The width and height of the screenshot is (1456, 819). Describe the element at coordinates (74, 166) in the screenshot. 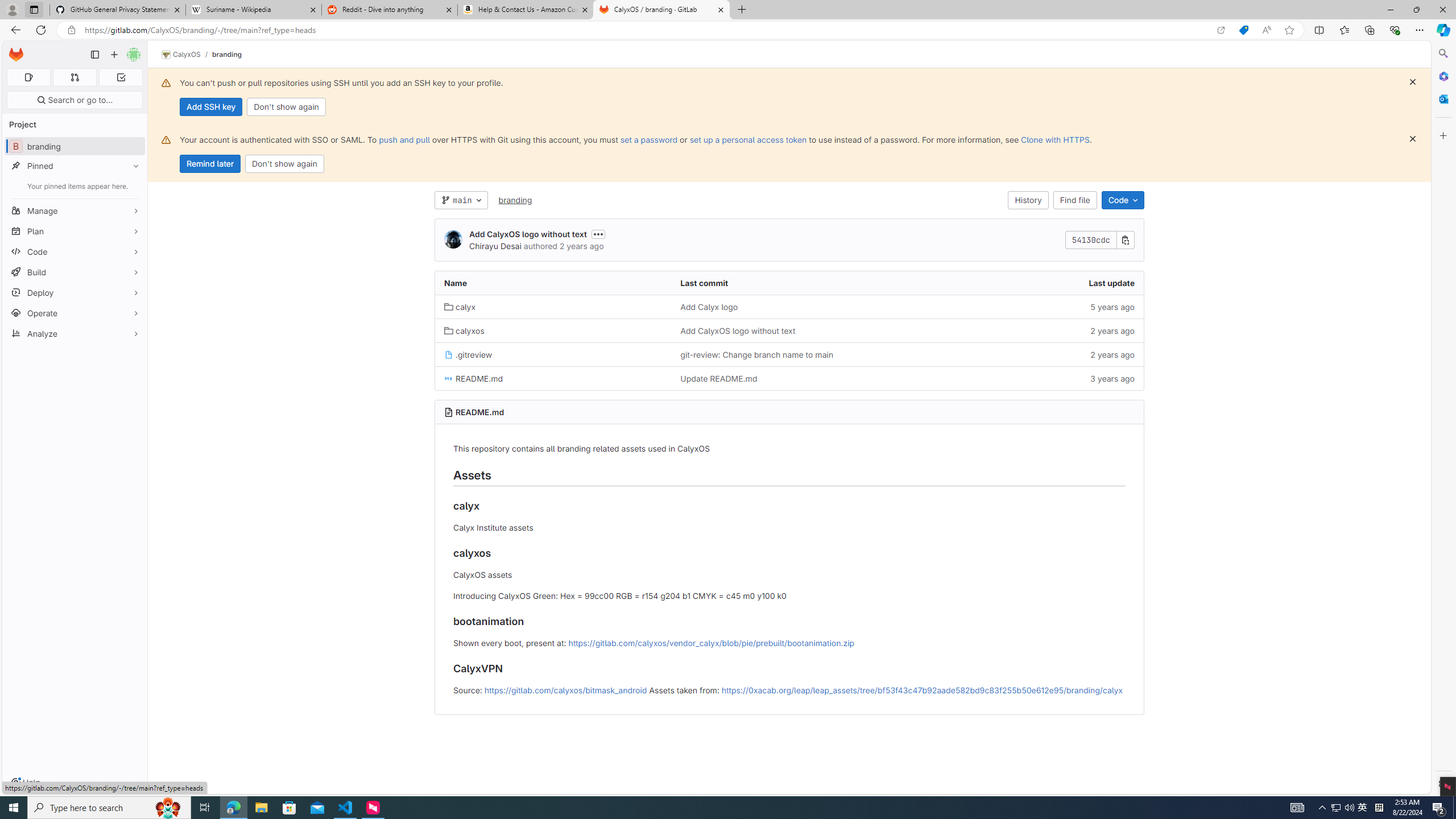

I see `'Pinned'` at that location.